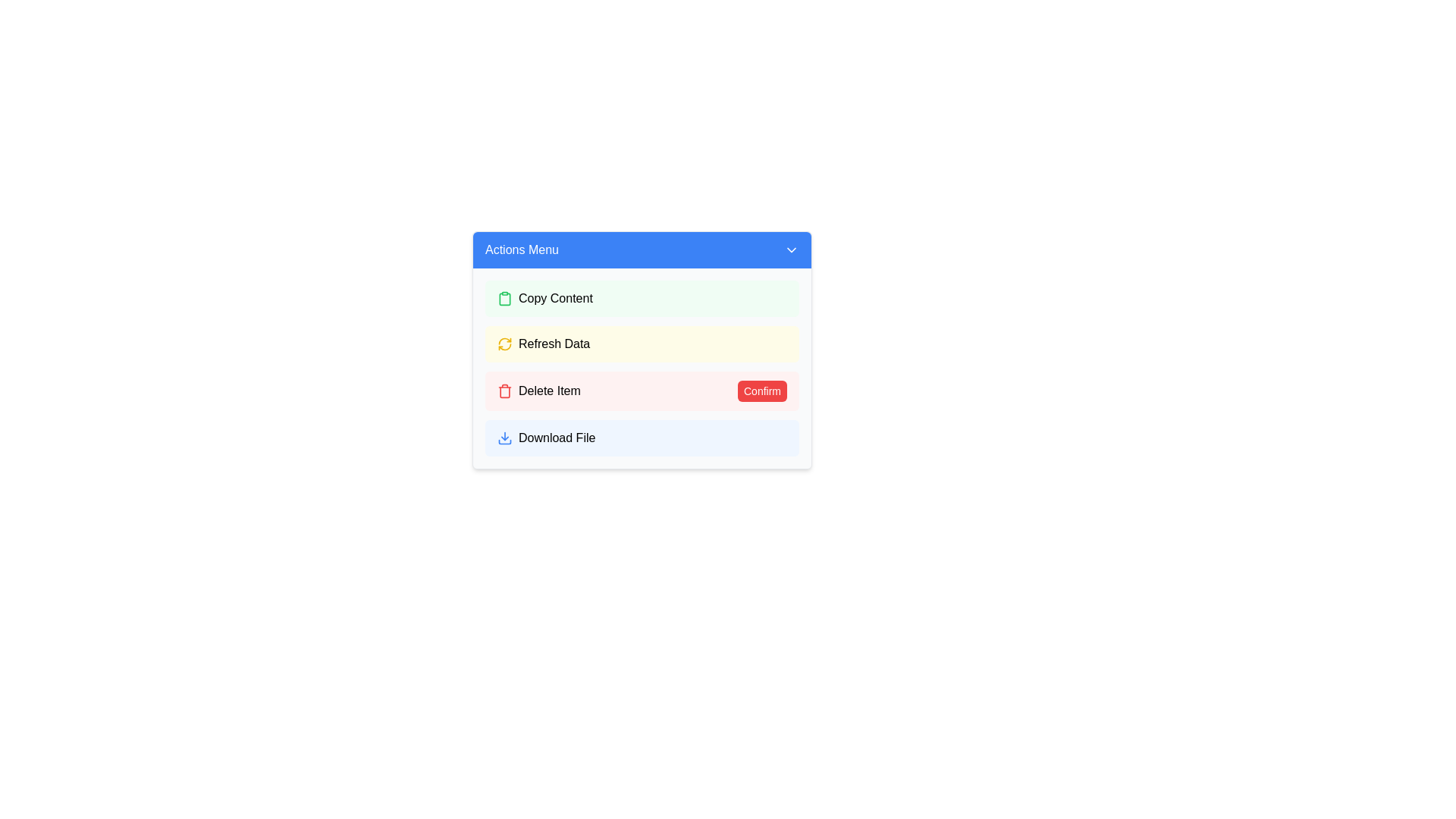 The image size is (1456, 819). Describe the element at coordinates (505, 438) in the screenshot. I see `the 'Download File' icon located at the far left side of the action menu list` at that location.